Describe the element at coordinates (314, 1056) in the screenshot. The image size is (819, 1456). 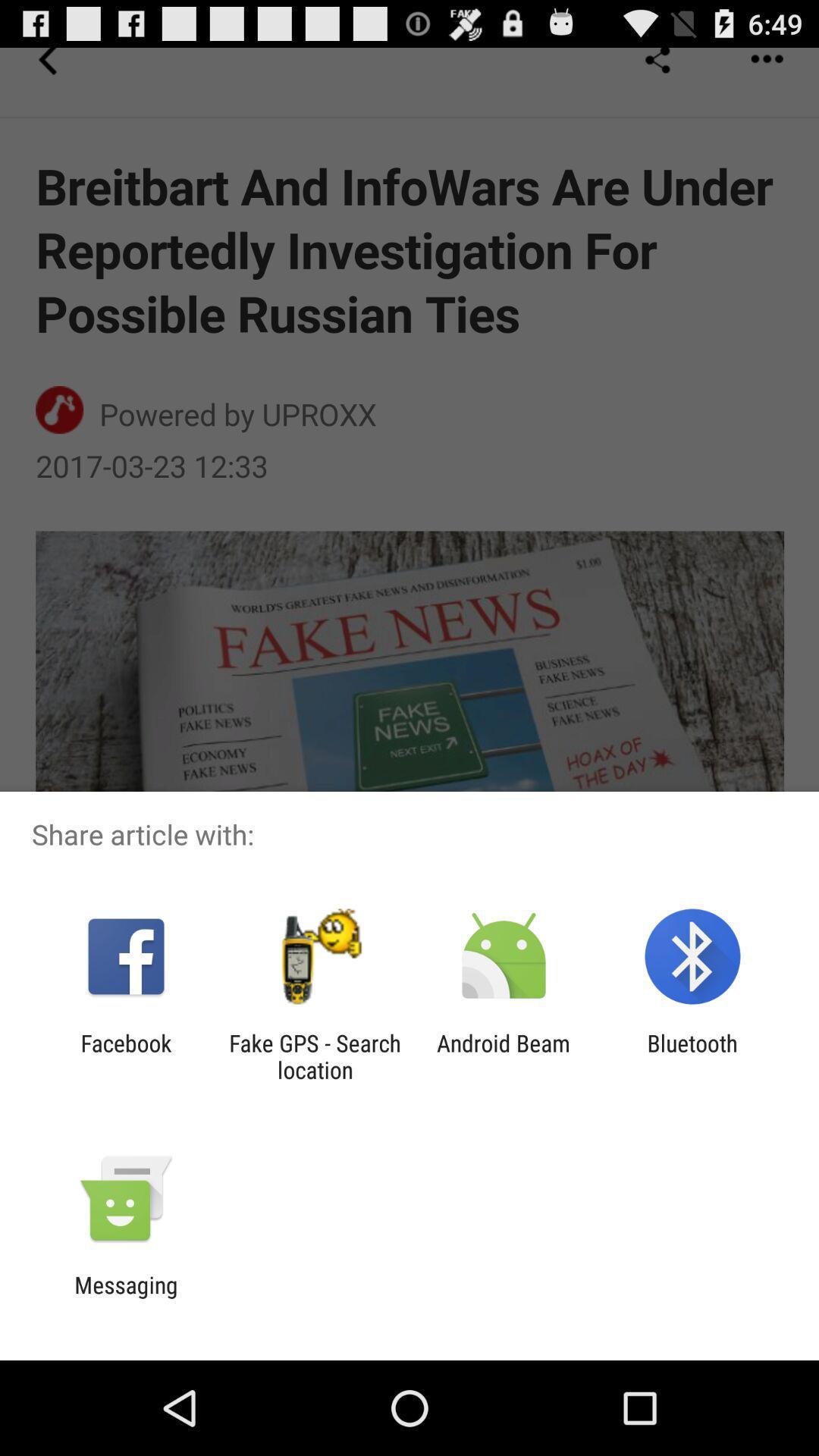
I see `item to the left of android beam icon` at that location.